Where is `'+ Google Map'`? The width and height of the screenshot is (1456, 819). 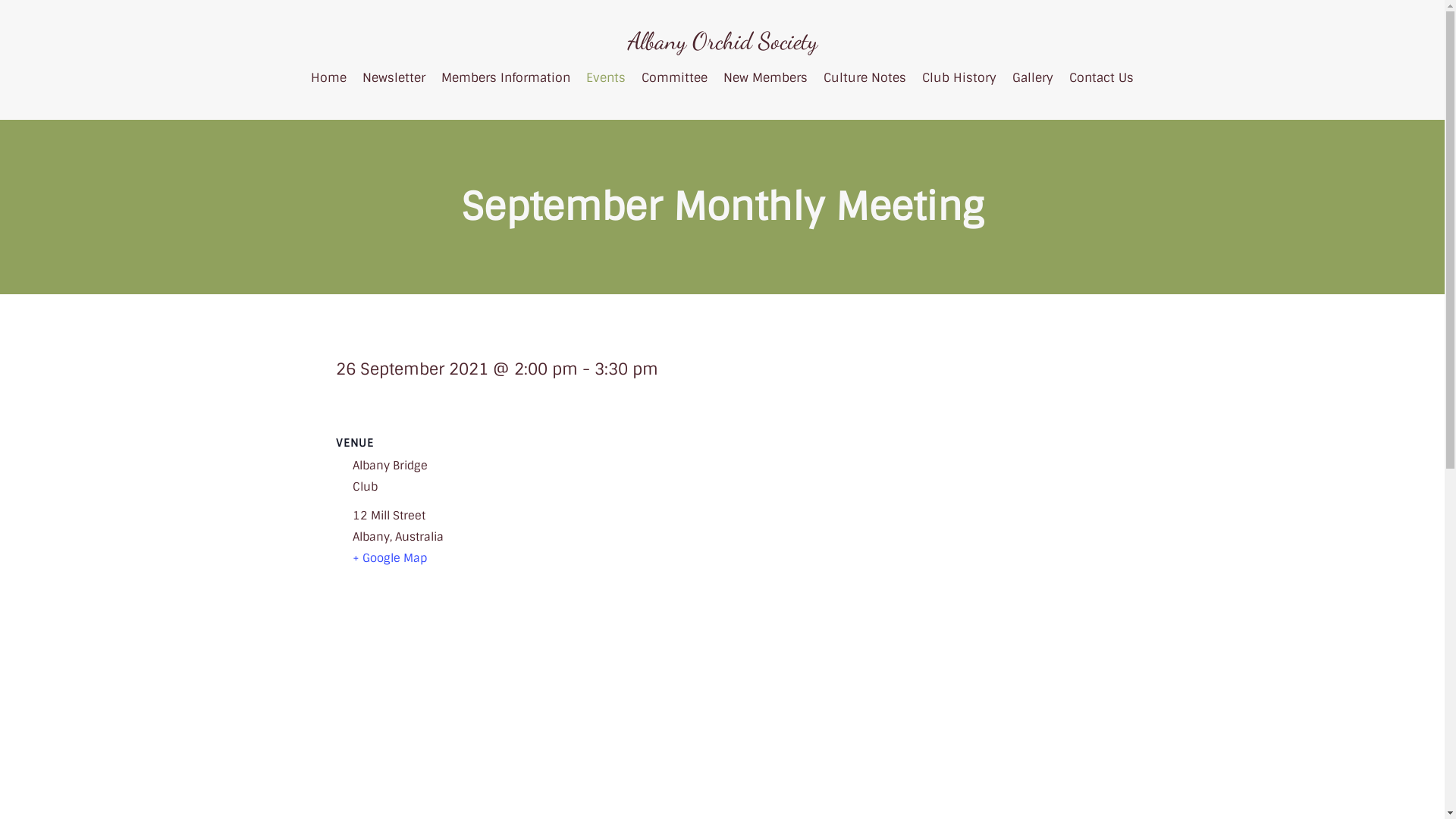
'+ Google Map' is located at coordinates (389, 558).